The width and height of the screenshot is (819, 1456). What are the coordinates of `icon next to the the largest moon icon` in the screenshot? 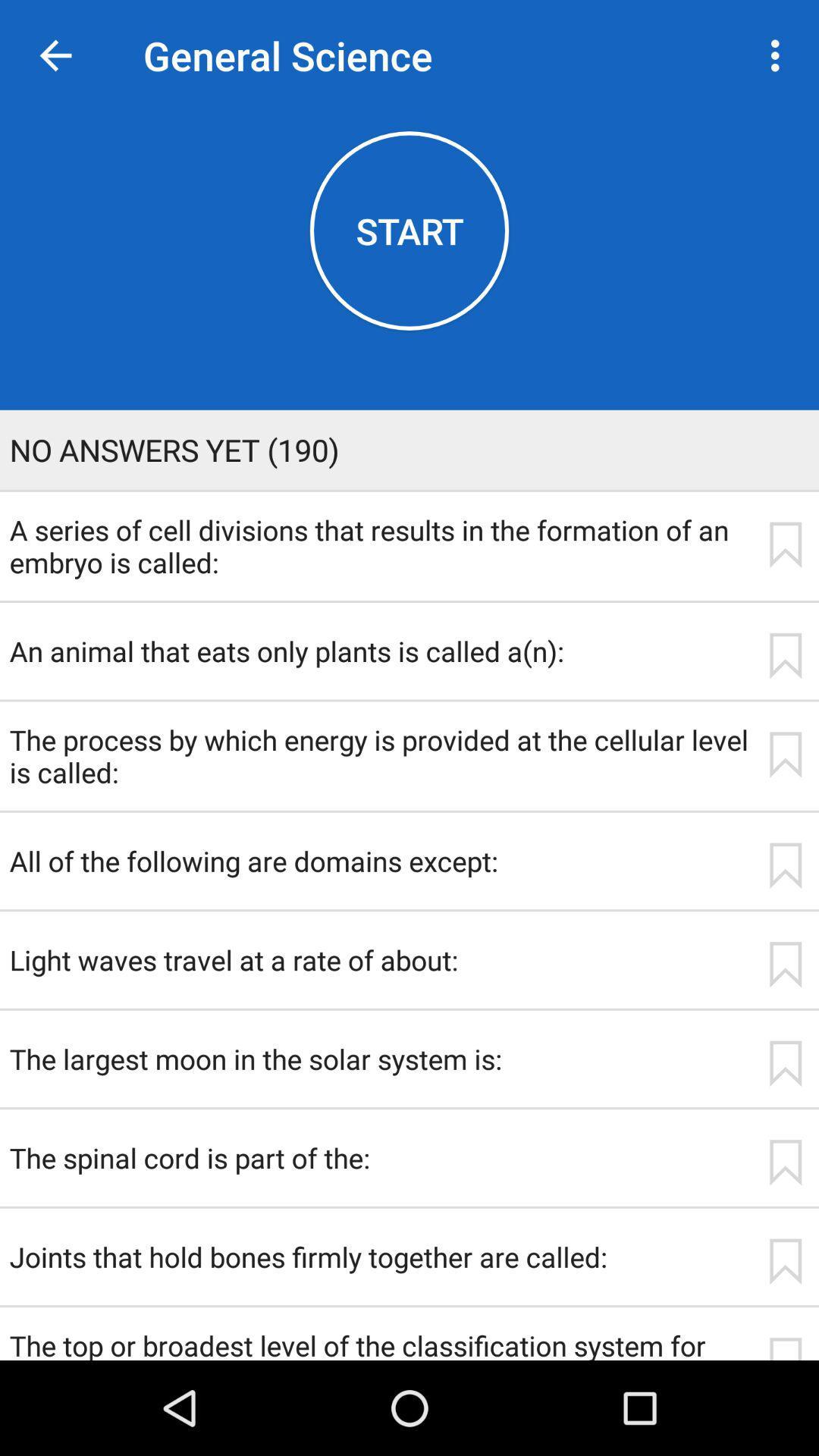 It's located at (785, 1062).